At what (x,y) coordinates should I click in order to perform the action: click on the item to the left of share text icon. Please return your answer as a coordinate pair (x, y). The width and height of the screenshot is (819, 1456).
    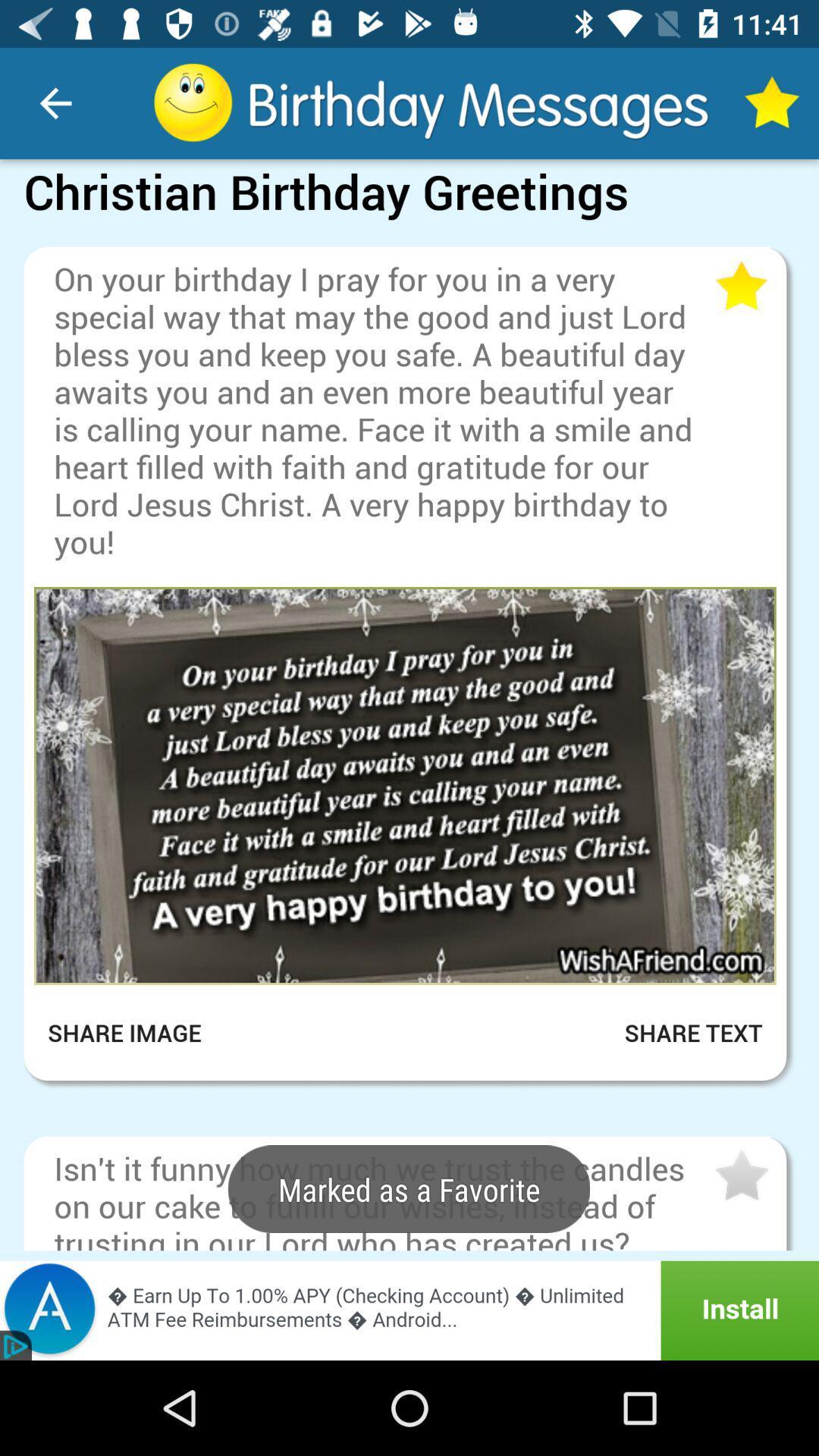
    Looking at the image, I should click on (134, 1032).